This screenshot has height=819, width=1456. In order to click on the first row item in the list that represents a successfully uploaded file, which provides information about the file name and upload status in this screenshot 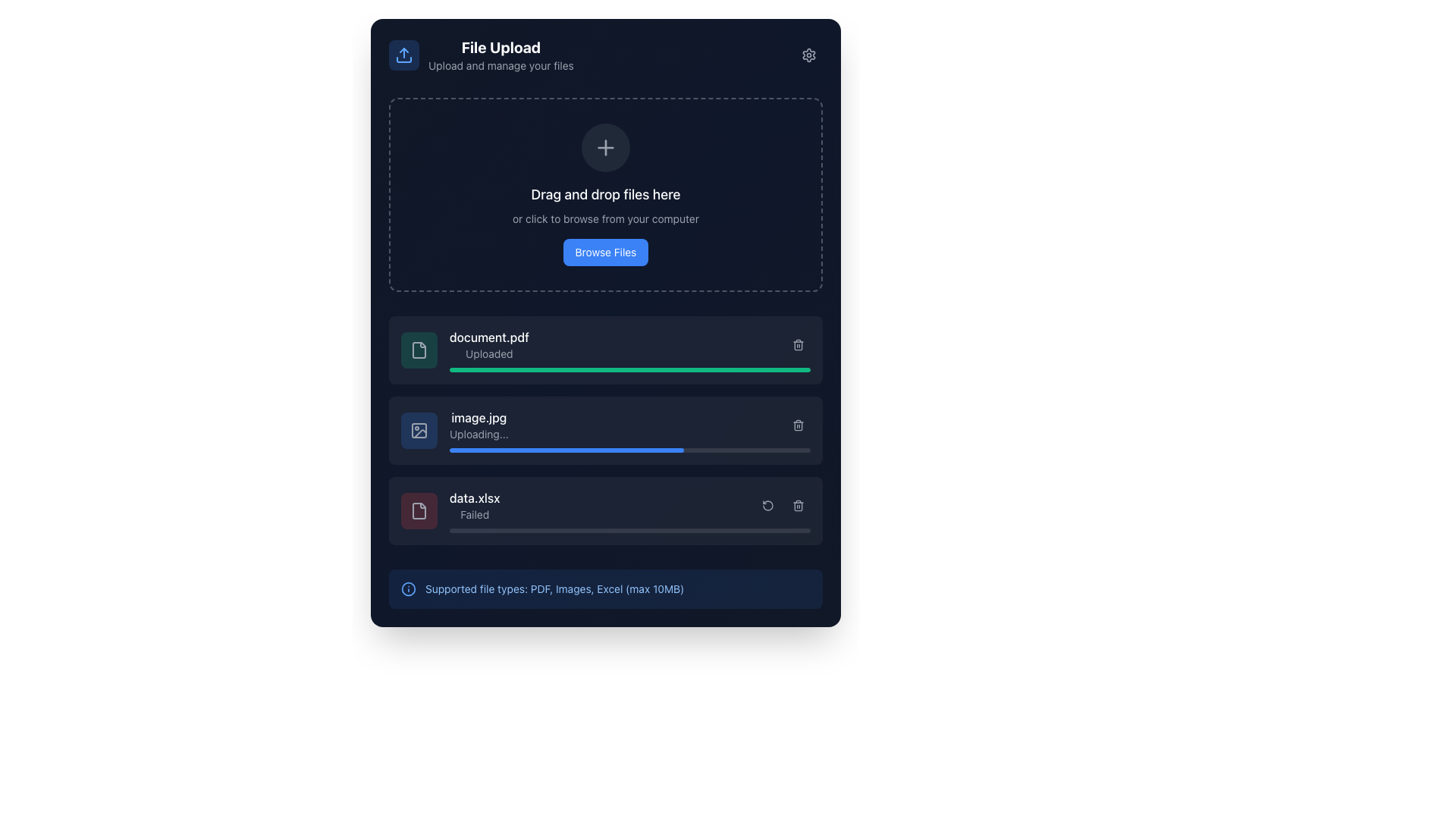, I will do `click(604, 350)`.